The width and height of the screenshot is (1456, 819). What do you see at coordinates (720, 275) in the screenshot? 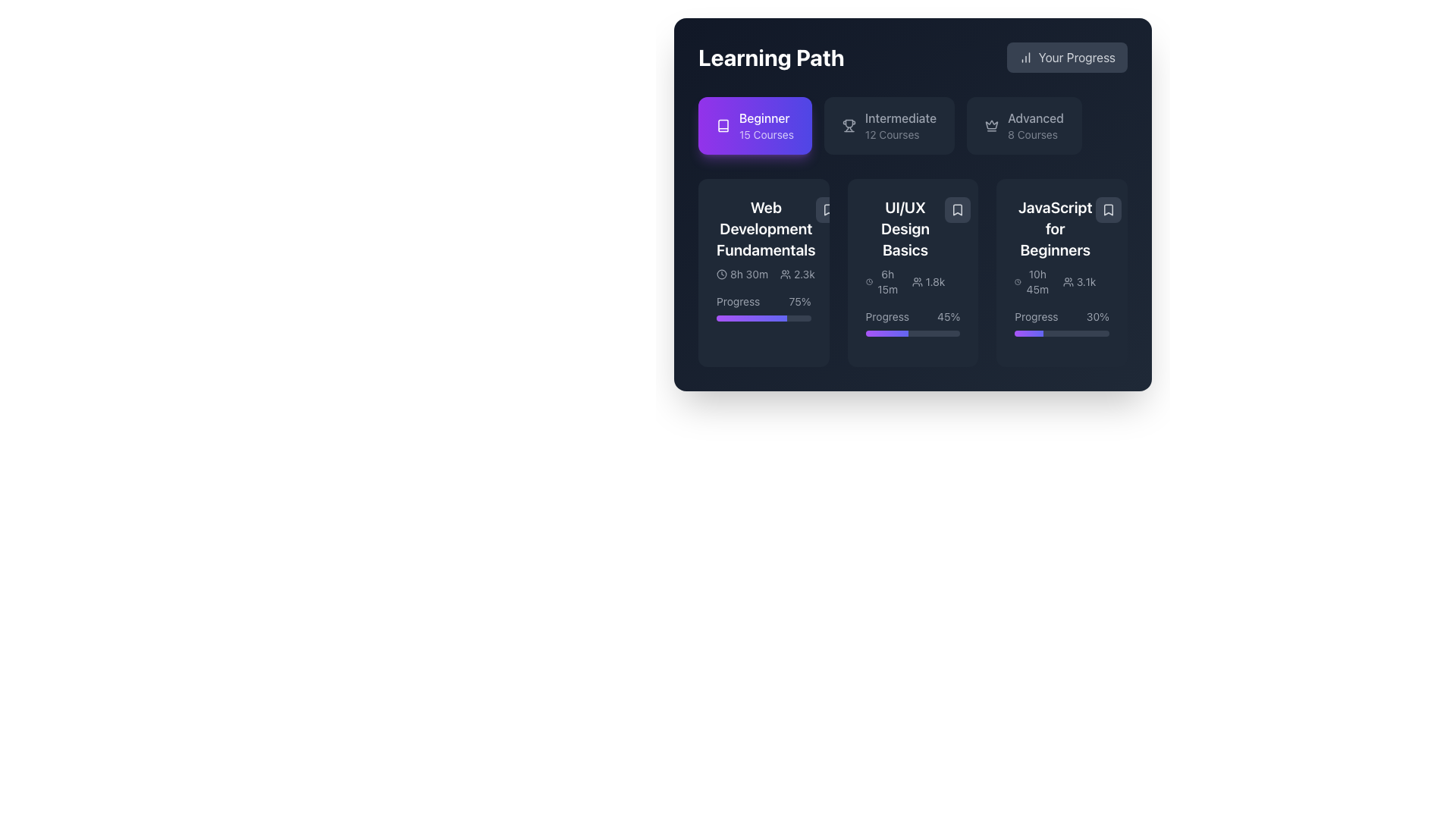
I see `the clock icon by clicking on the circular boundary of the SVG shape element located at the top-left corner of the clock icon, which is part of the 'Web Development Fundamentals' card` at bounding box center [720, 275].